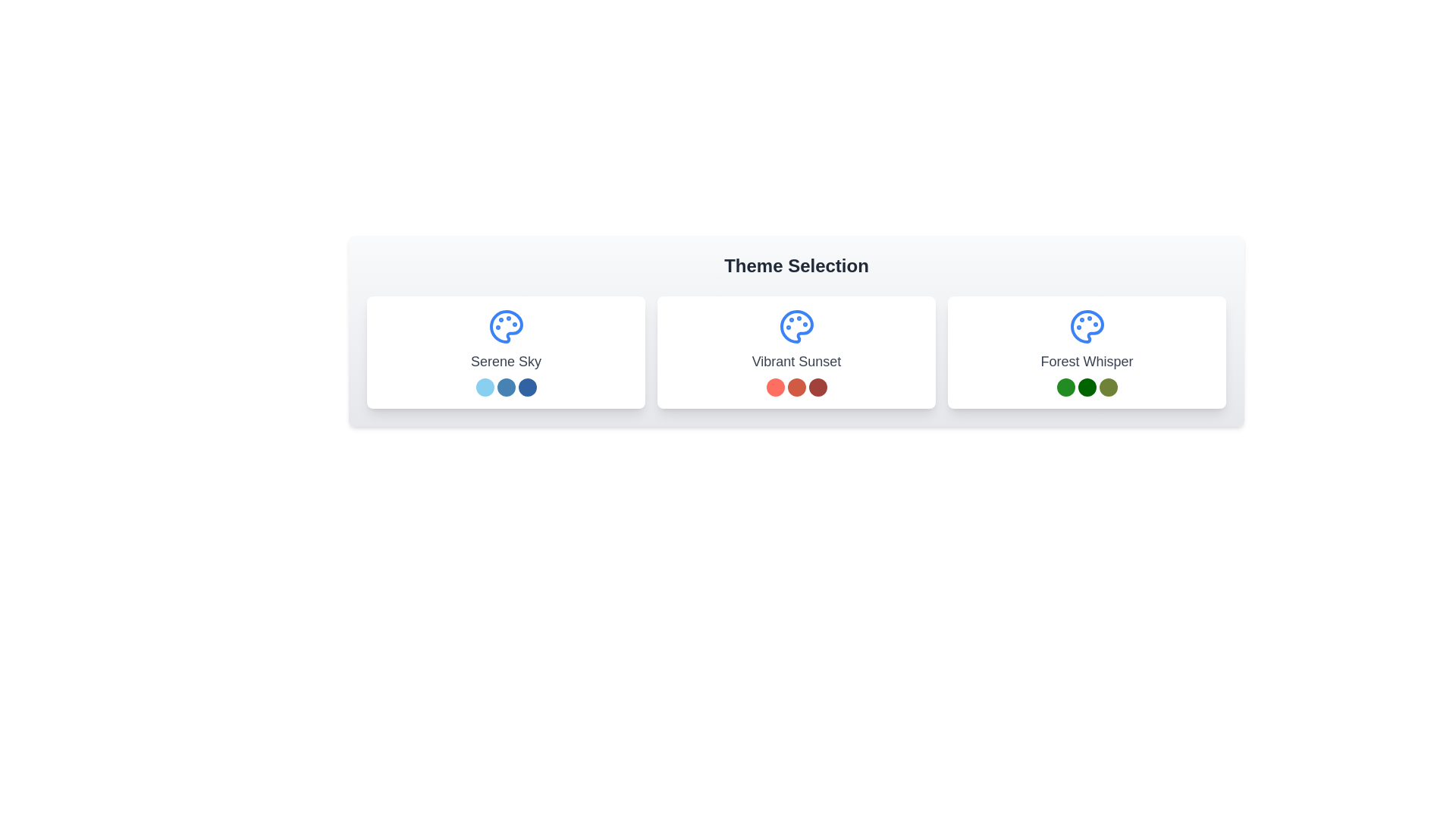 This screenshot has height=819, width=1456. I want to click on the circular color indicator representing the 'Forest Whisper' theme, which is located in the far right of the group of three indicators below the theme card, so click(1108, 386).